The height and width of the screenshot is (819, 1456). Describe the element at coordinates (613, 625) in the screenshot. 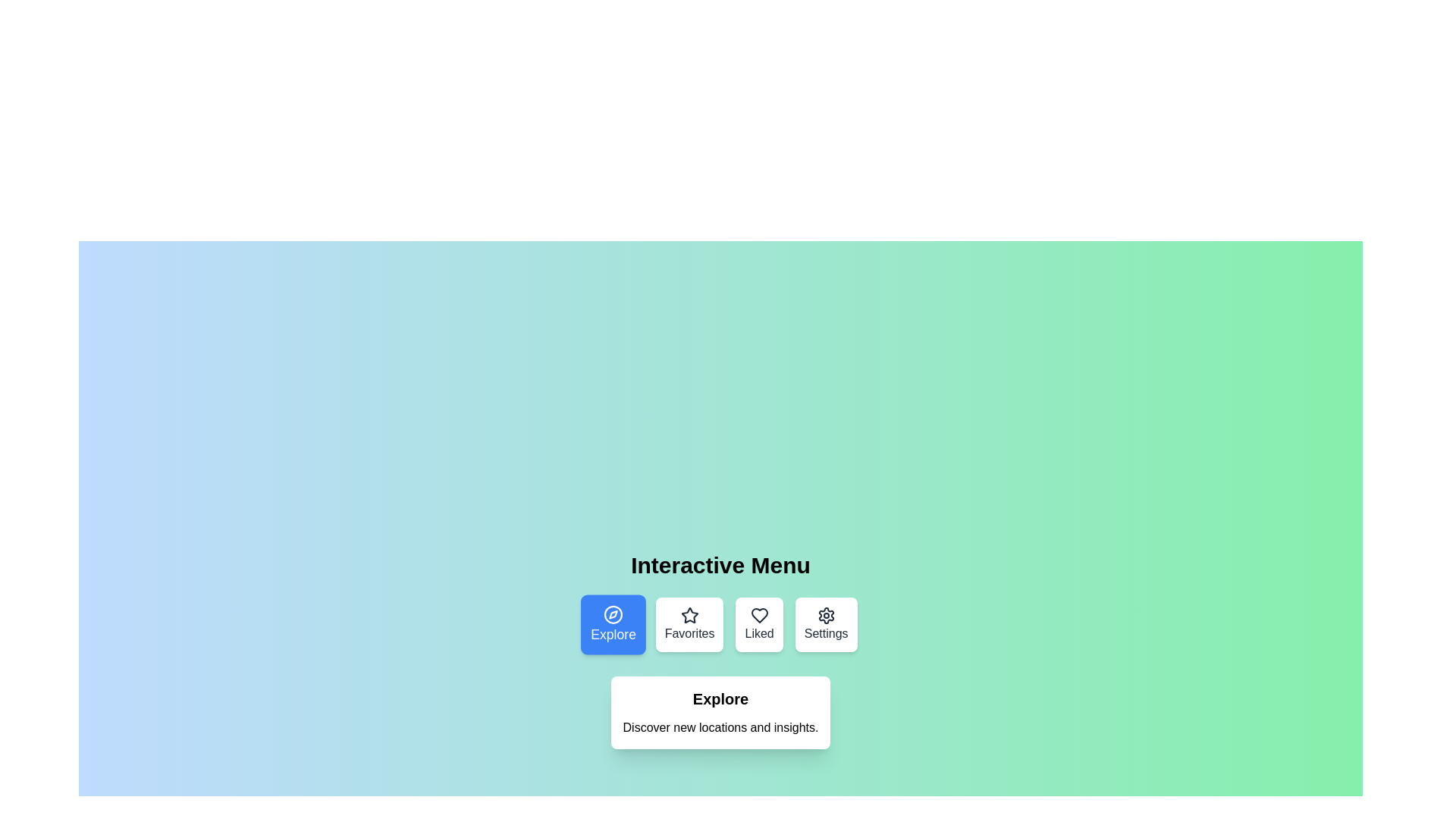

I see `the menu option Explore` at that location.